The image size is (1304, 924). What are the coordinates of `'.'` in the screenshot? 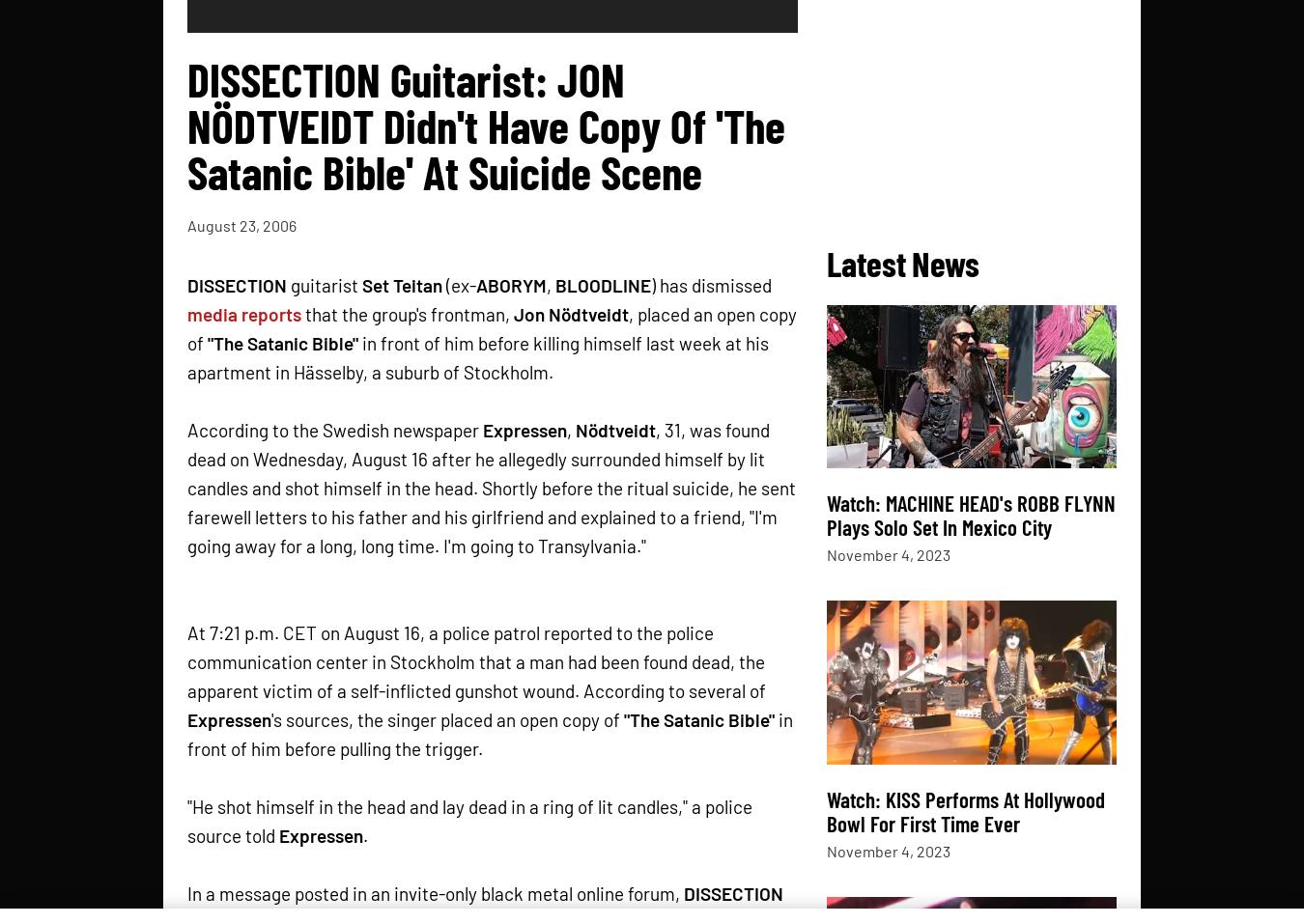 It's located at (365, 834).